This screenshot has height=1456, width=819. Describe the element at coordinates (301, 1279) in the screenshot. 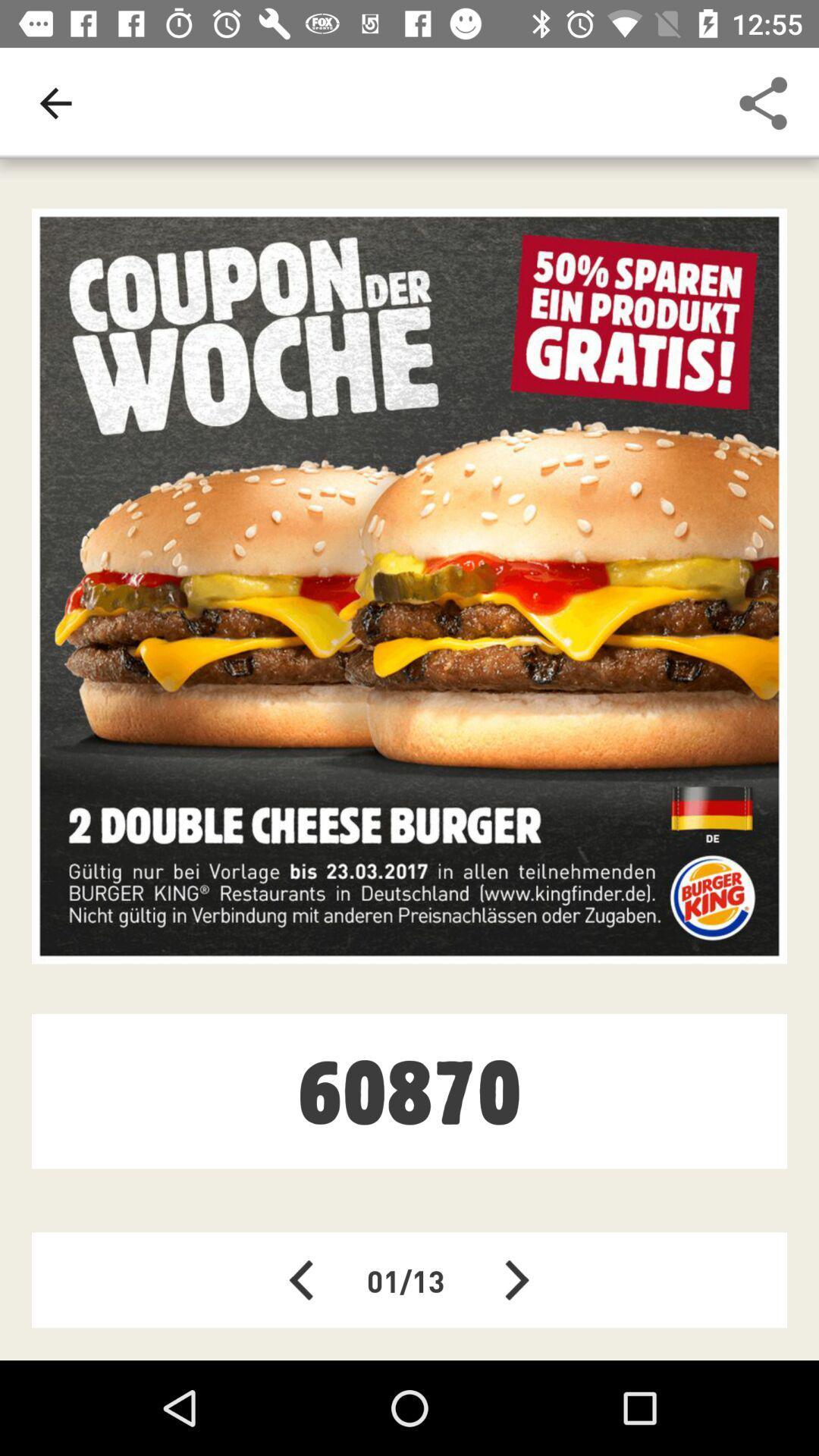

I see `the arrow_backward icon` at that location.